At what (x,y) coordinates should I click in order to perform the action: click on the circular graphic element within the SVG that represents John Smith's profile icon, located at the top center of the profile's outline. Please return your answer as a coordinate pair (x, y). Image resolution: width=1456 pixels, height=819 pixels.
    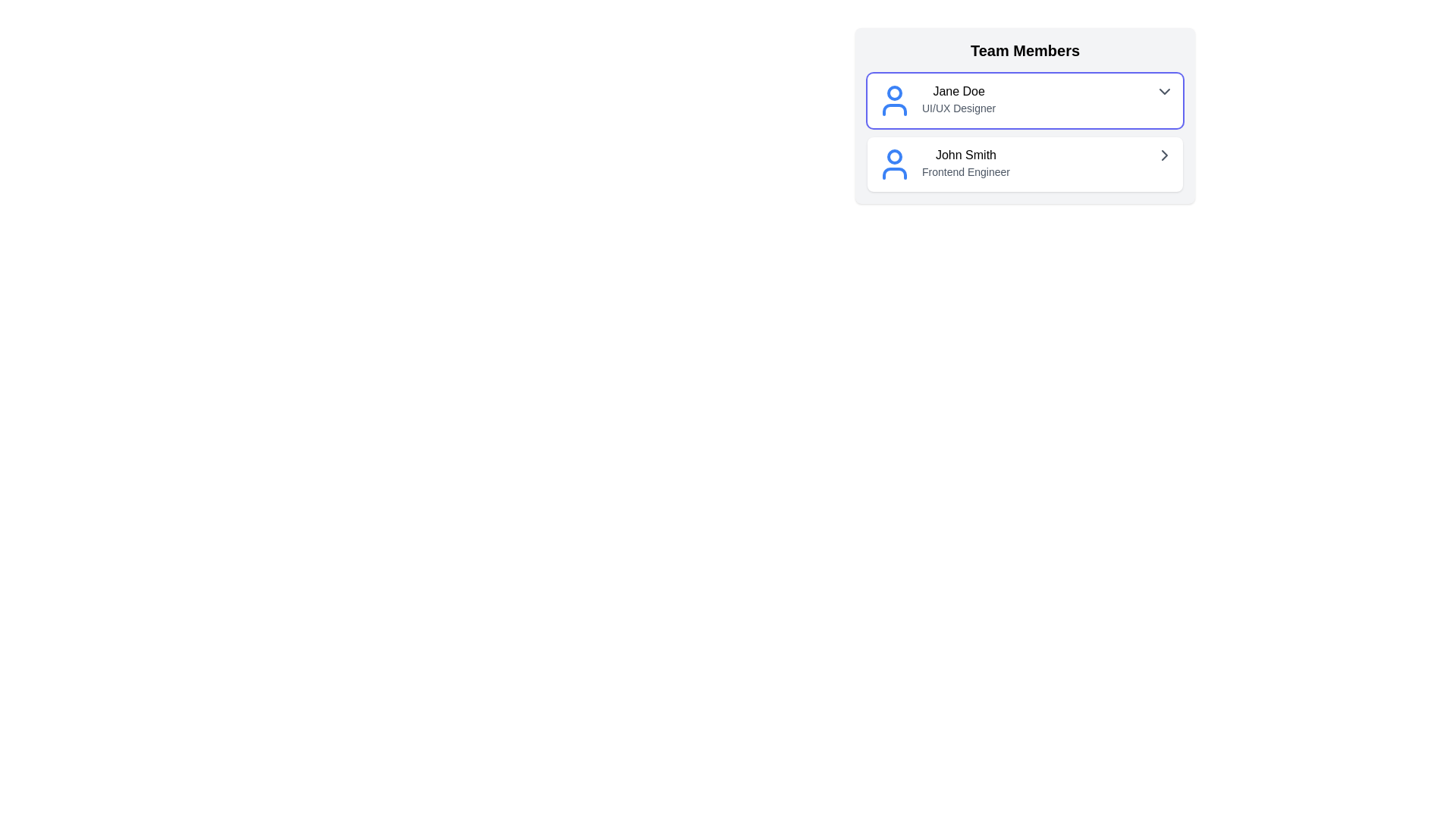
    Looking at the image, I should click on (895, 157).